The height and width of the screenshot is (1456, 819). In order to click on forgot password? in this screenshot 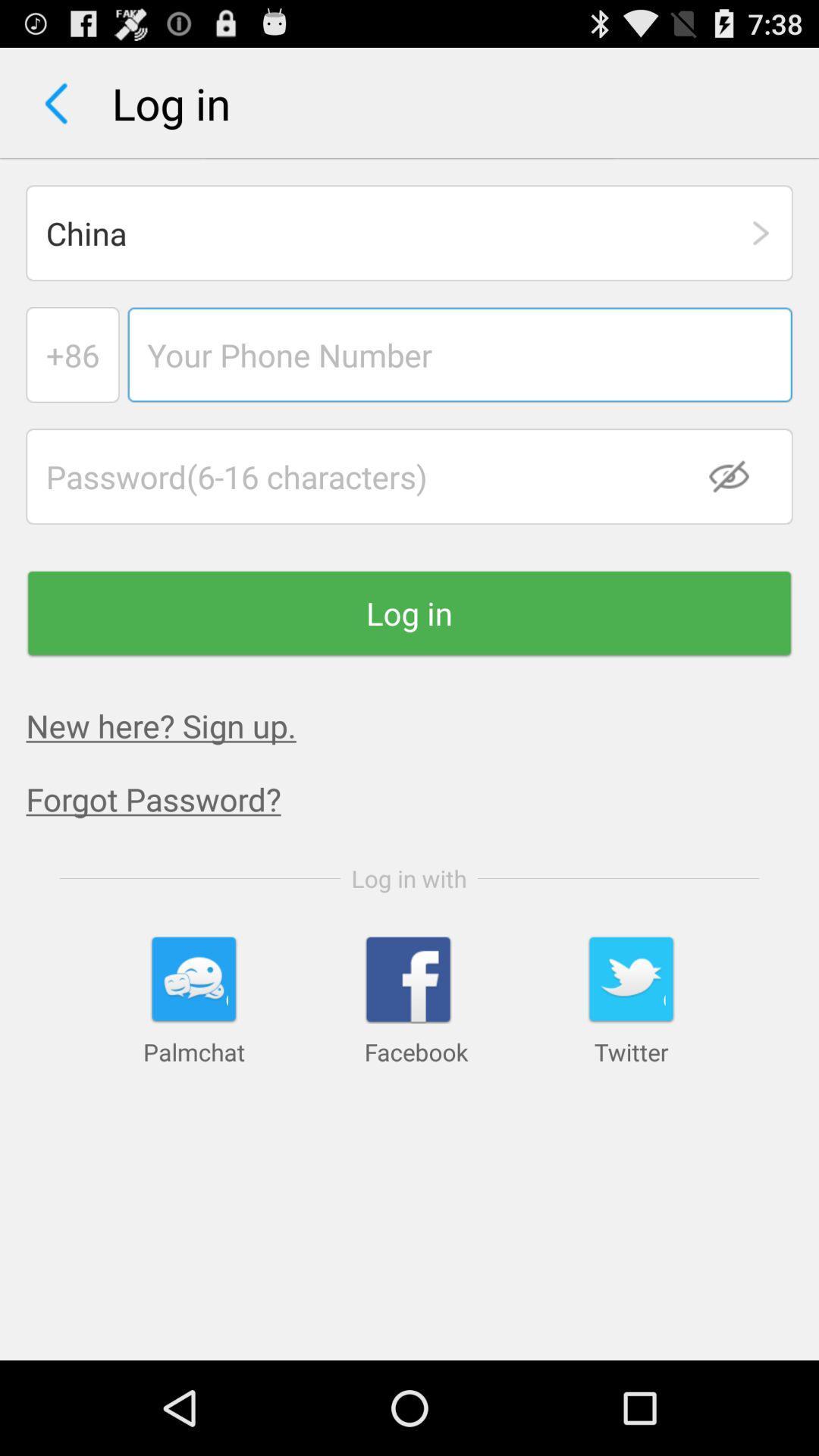, I will do `click(422, 798)`.